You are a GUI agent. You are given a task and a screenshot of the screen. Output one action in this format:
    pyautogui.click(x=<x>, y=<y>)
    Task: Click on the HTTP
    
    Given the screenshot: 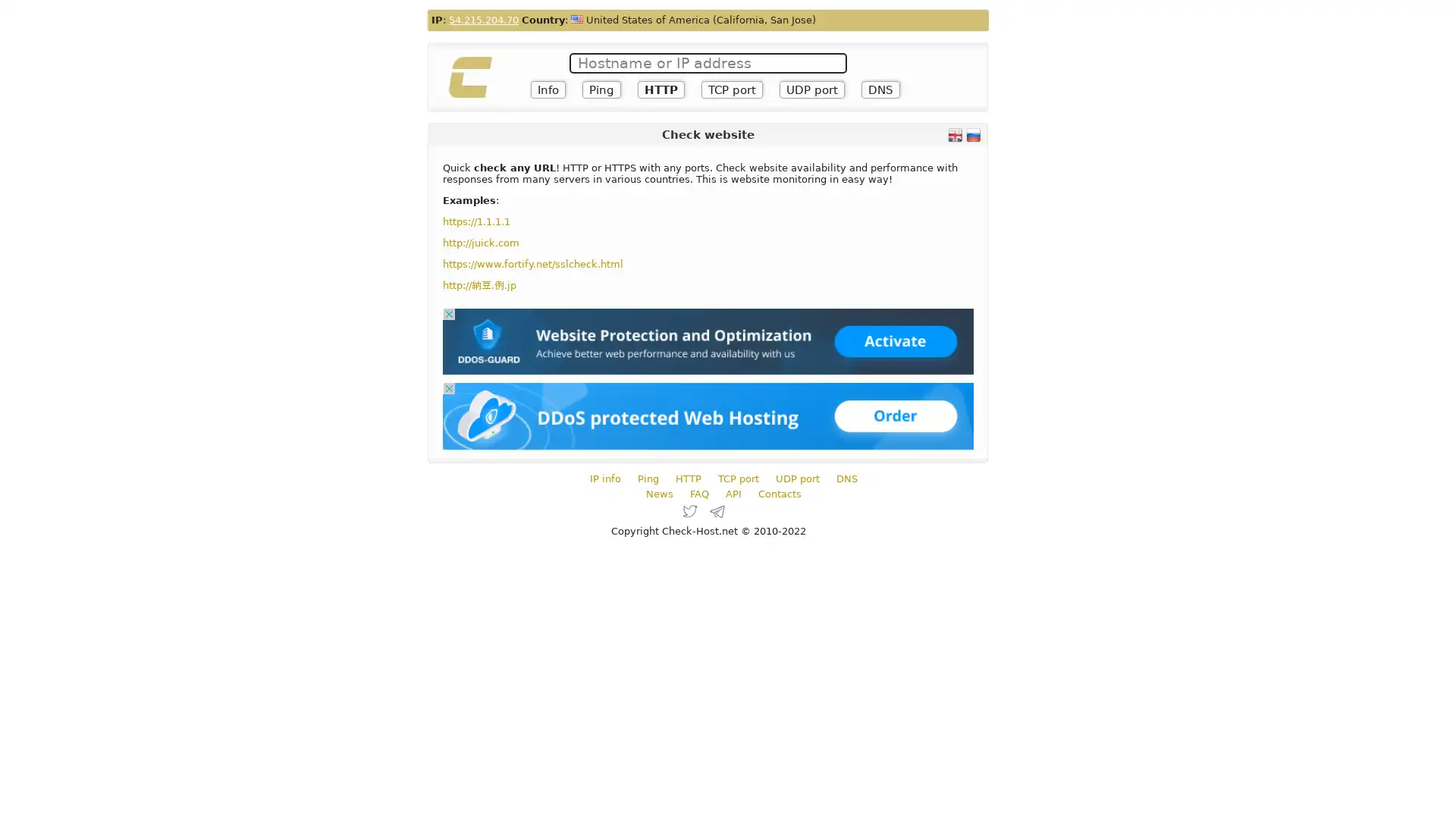 What is the action you would take?
    pyautogui.click(x=660, y=89)
    